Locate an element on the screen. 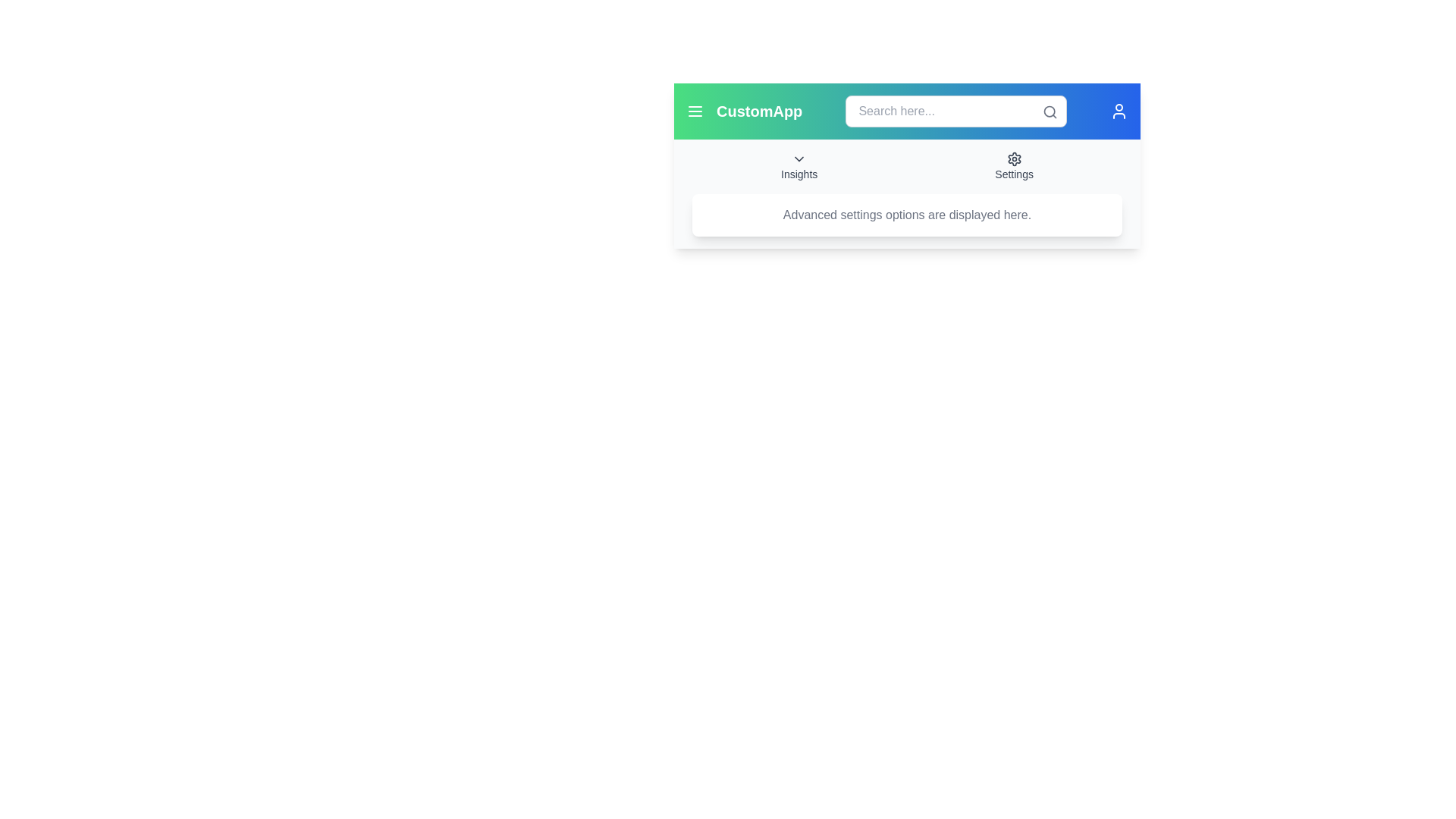 This screenshot has height=819, width=1456. the settings icon located in the top-right corner of the application is located at coordinates (1014, 158).